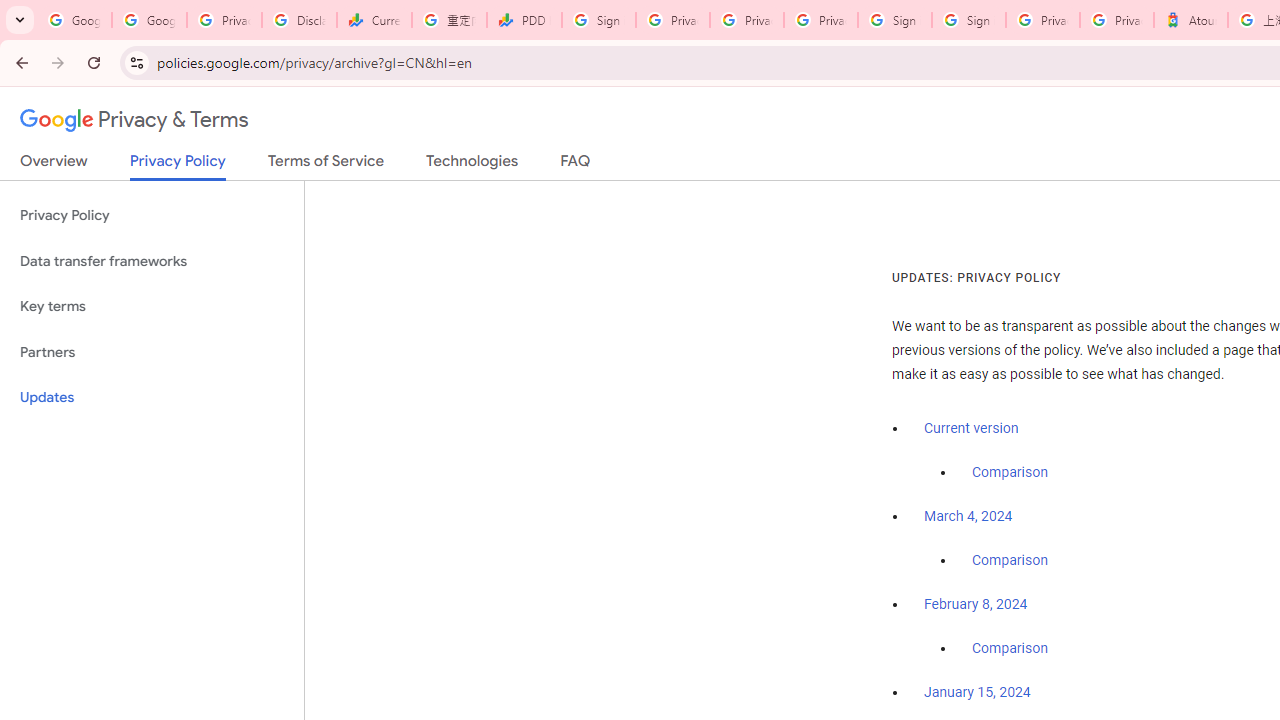  I want to click on 'Key terms', so click(151, 306).